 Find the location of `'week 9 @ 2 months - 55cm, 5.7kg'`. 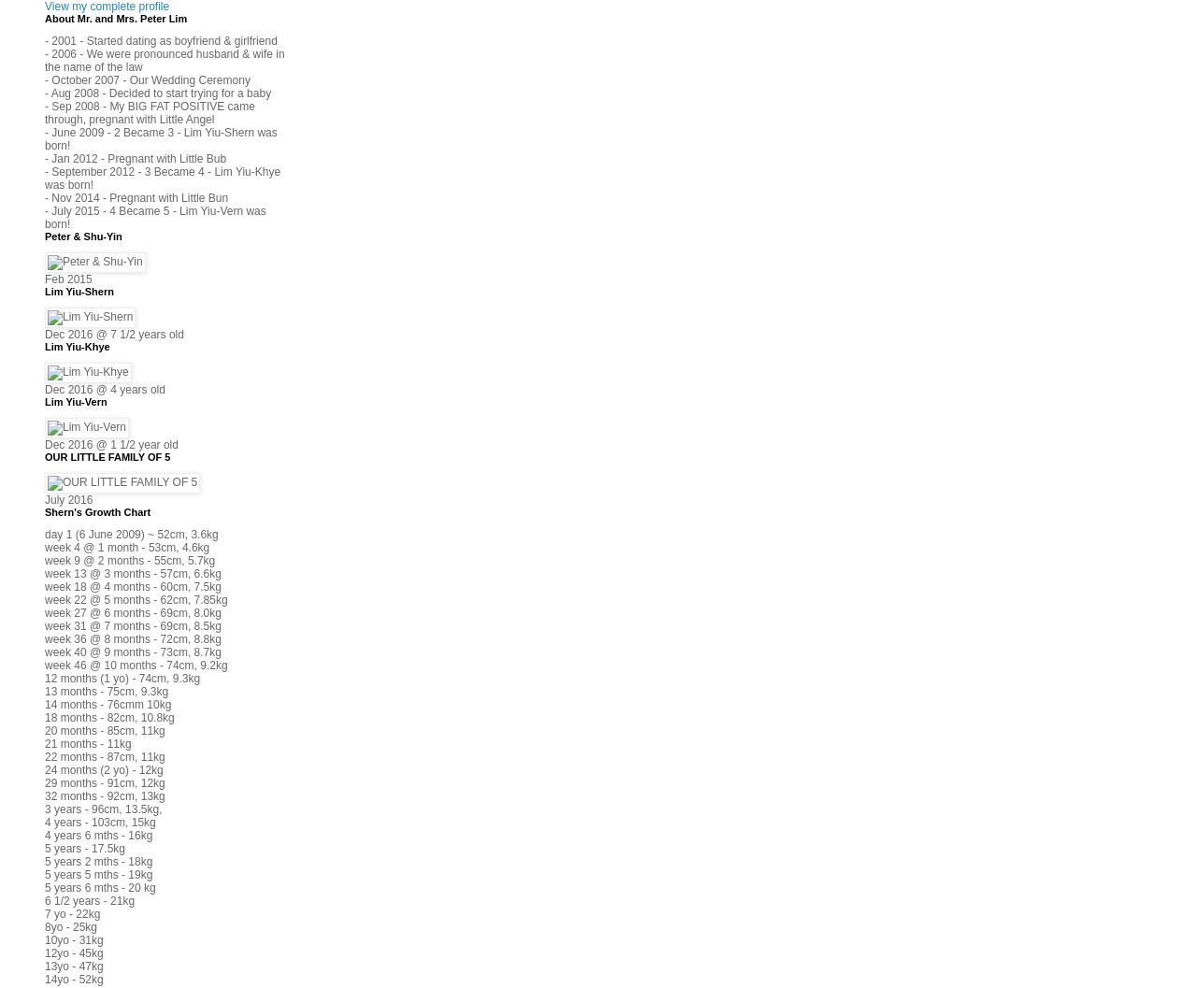

'week 9 @ 2 months - 55cm, 5.7kg' is located at coordinates (129, 559).